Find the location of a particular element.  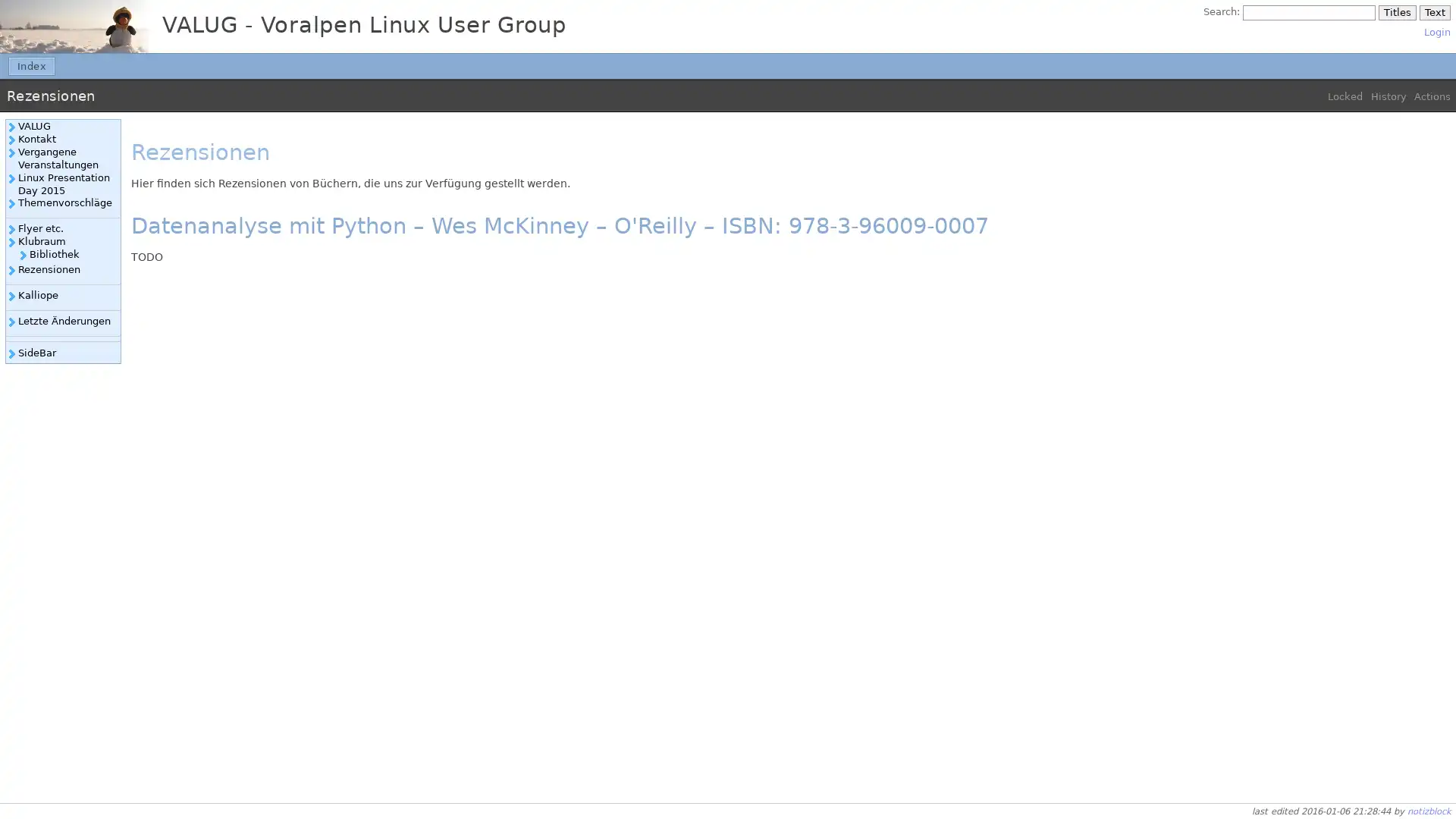

Text is located at coordinates (1433, 12).